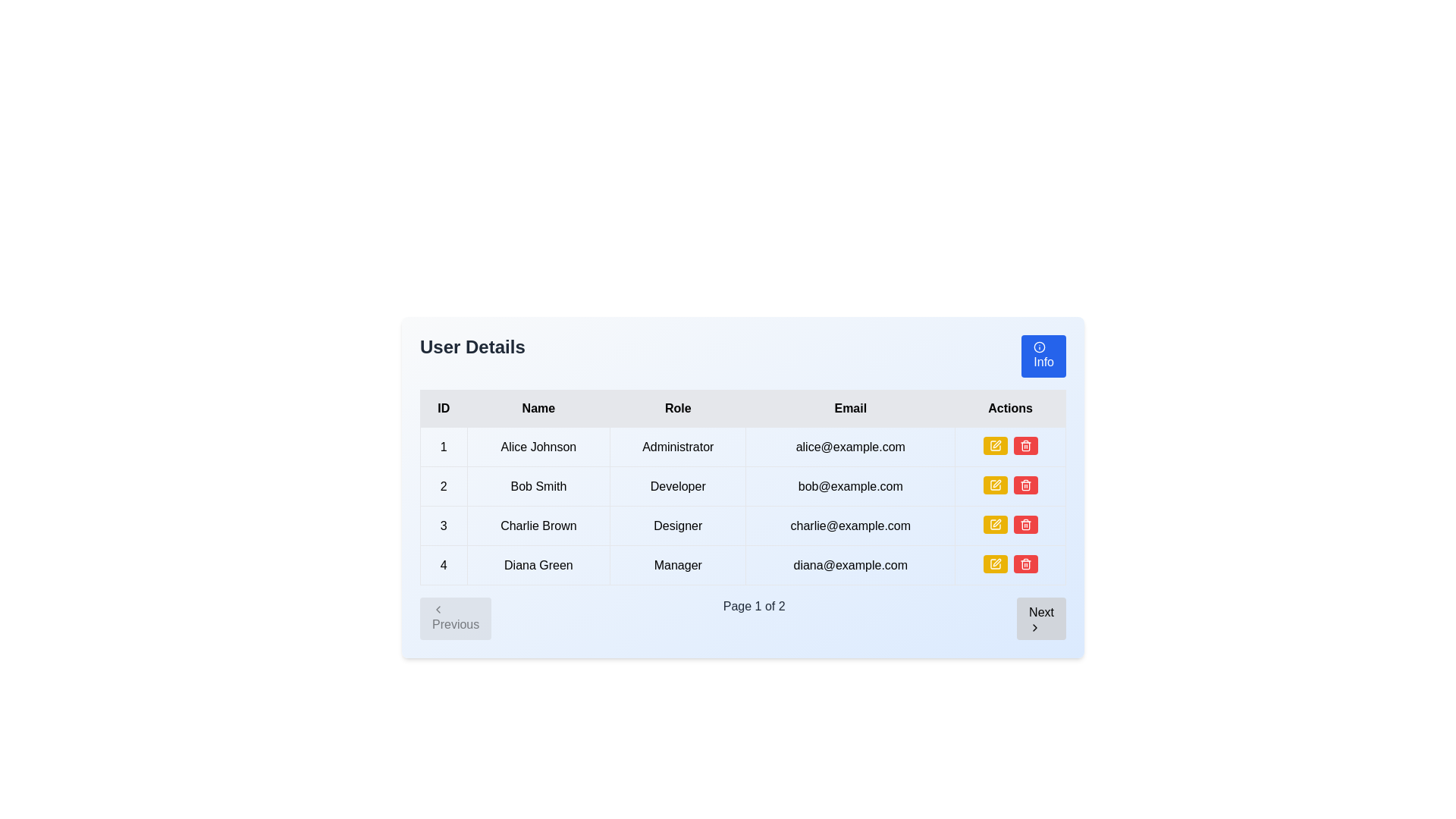  I want to click on edit icon graphic located in the 'Actions' column for the row corresponding to user 'Bob Smith', so click(995, 444).